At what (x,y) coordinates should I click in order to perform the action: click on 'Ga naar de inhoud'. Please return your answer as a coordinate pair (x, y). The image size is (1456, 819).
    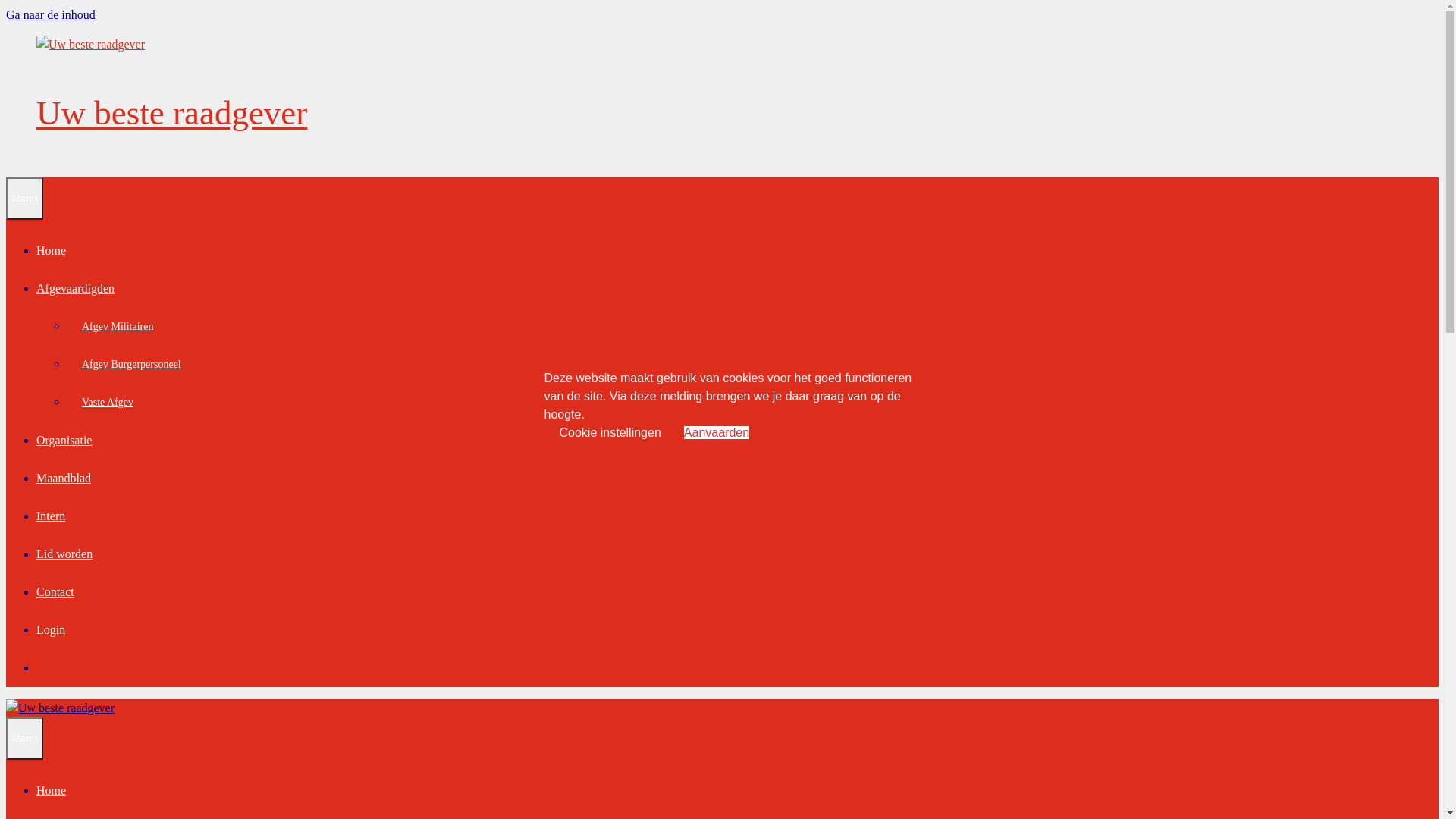
    Looking at the image, I should click on (51, 14).